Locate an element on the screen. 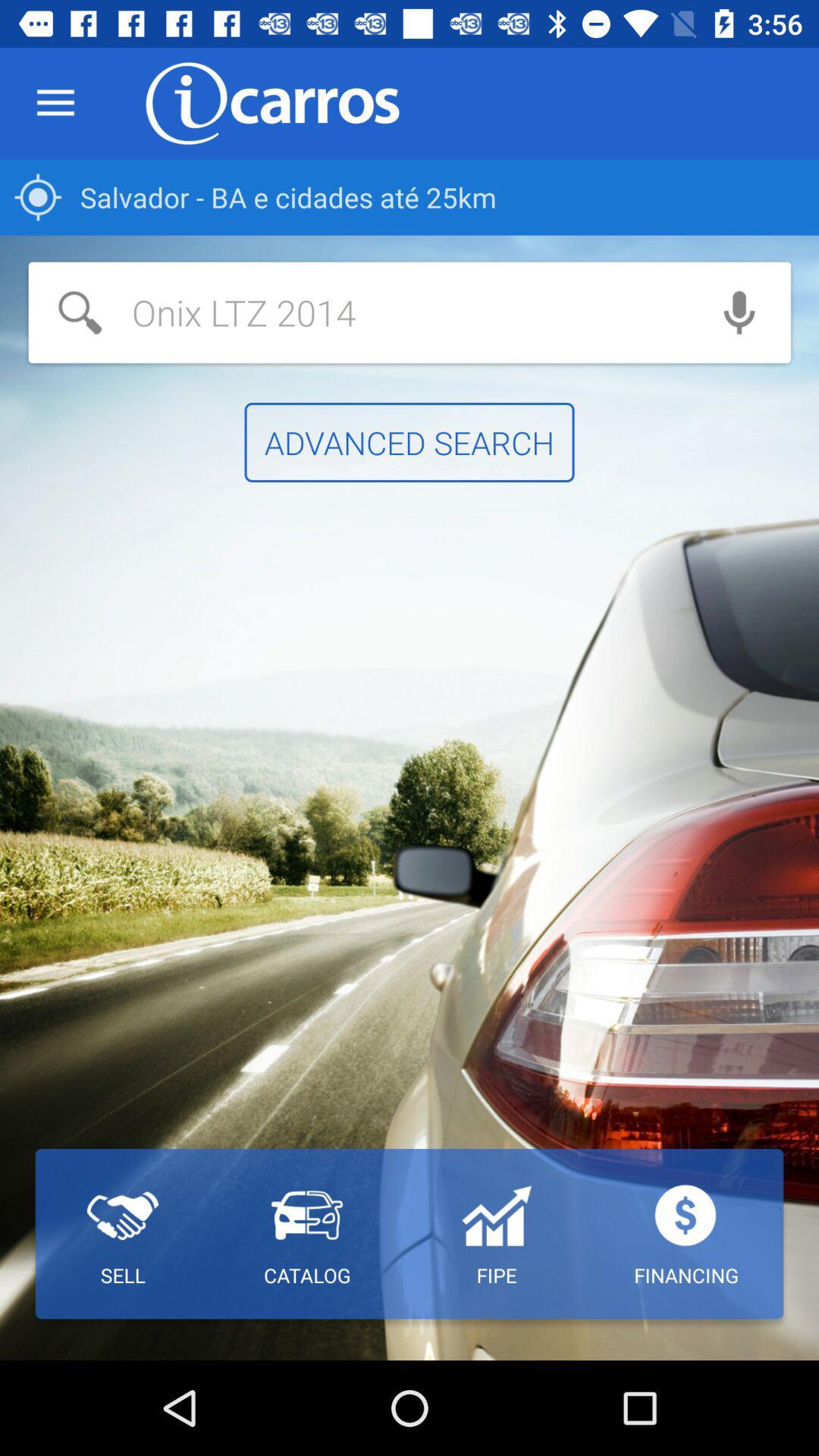 The image size is (819, 1456). place to enter make/model of vehicle is located at coordinates (358, 312).